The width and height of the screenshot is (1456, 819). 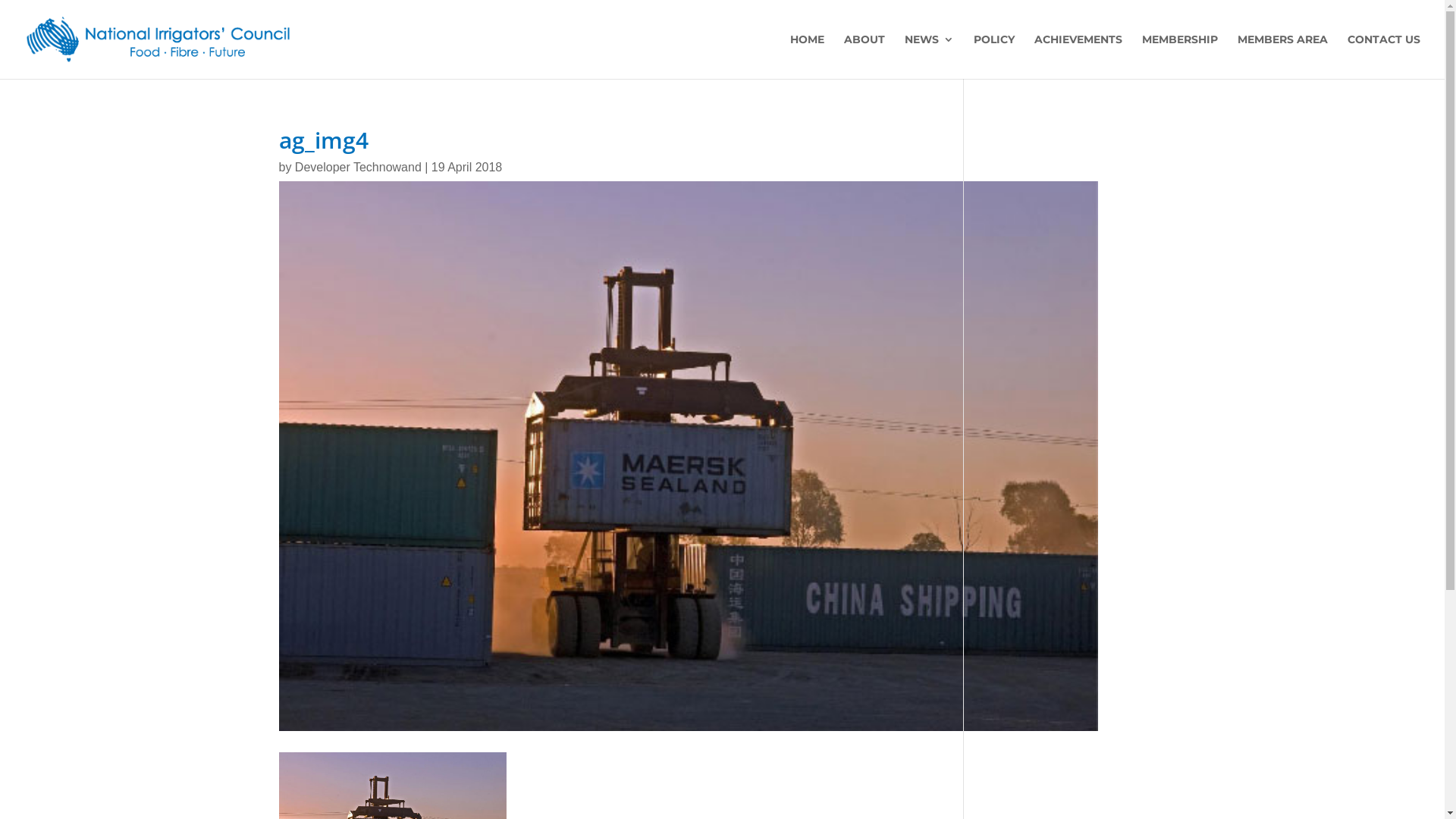 I want to click on 'ABOUT', so click(x=864, y=55).